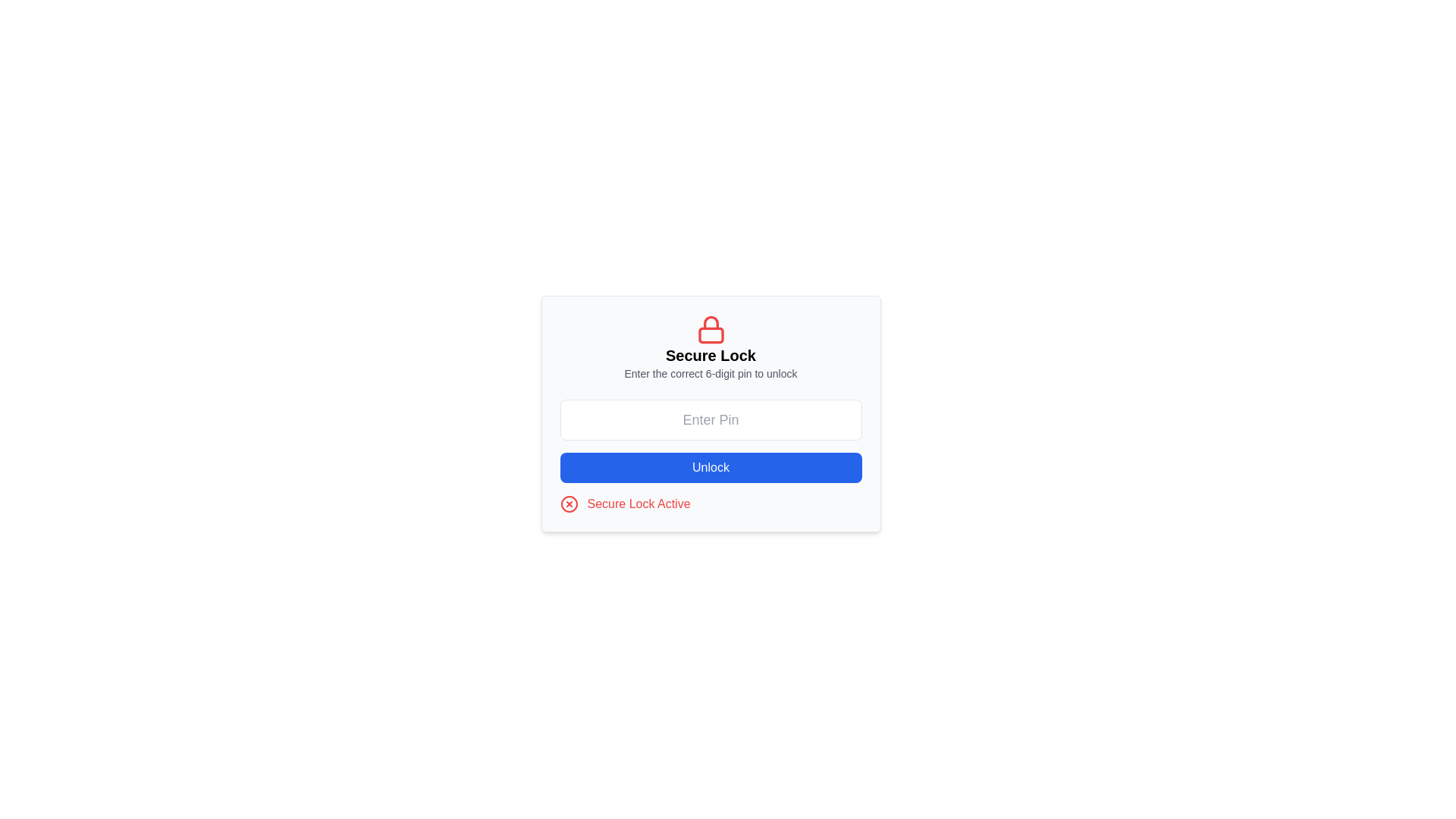  Describe the element at coordinates (710, 348) in the screenshot. I see `the Informational section header that contains a locking icon and provides instructions for entering a 6-digit pin, located above the input field labeled 'Enter Pin'` at that location.